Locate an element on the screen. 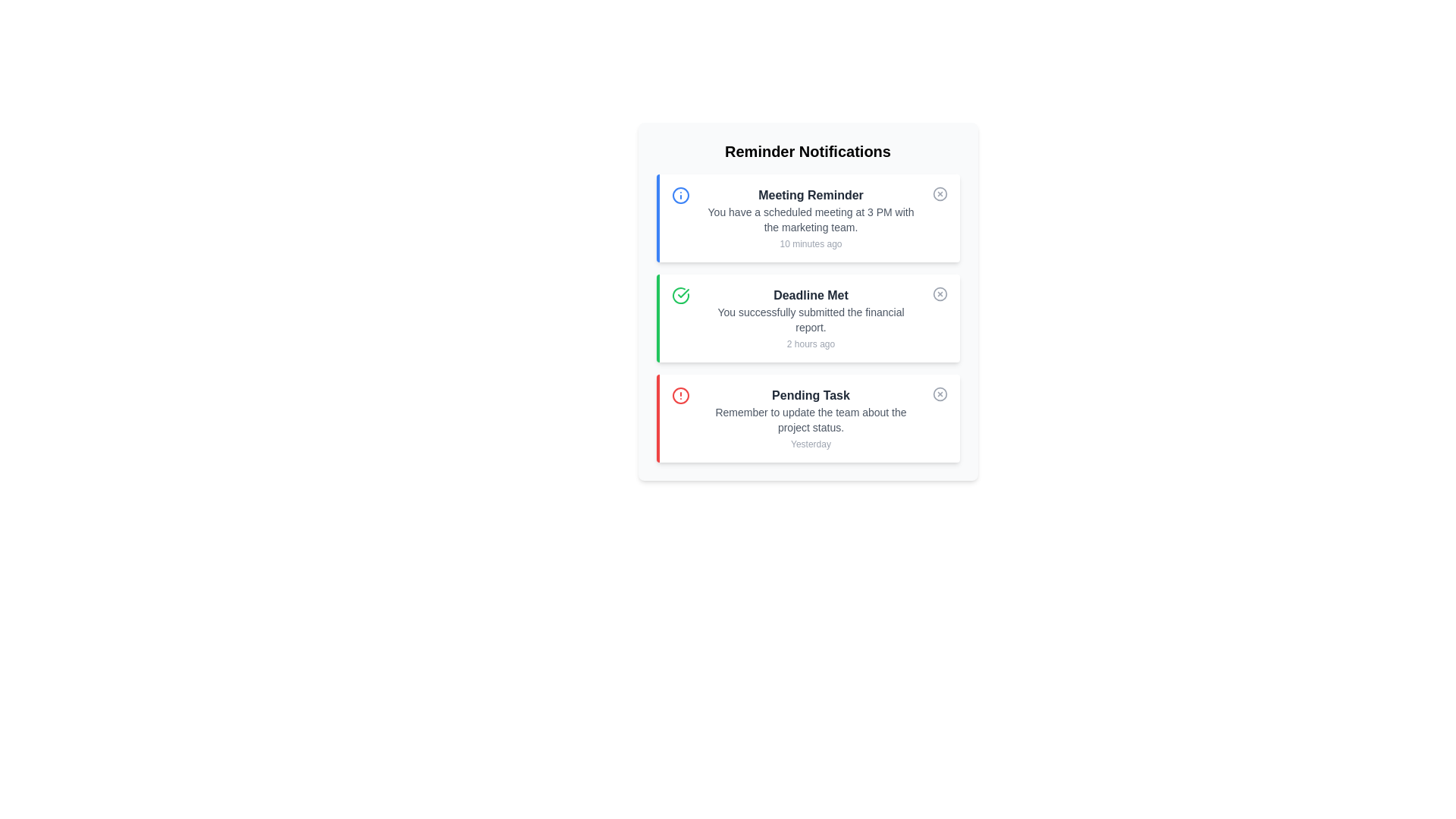  the interactive button located at the top-right of the 'Deadline Met' notification card is located at coordinates (939, 294).